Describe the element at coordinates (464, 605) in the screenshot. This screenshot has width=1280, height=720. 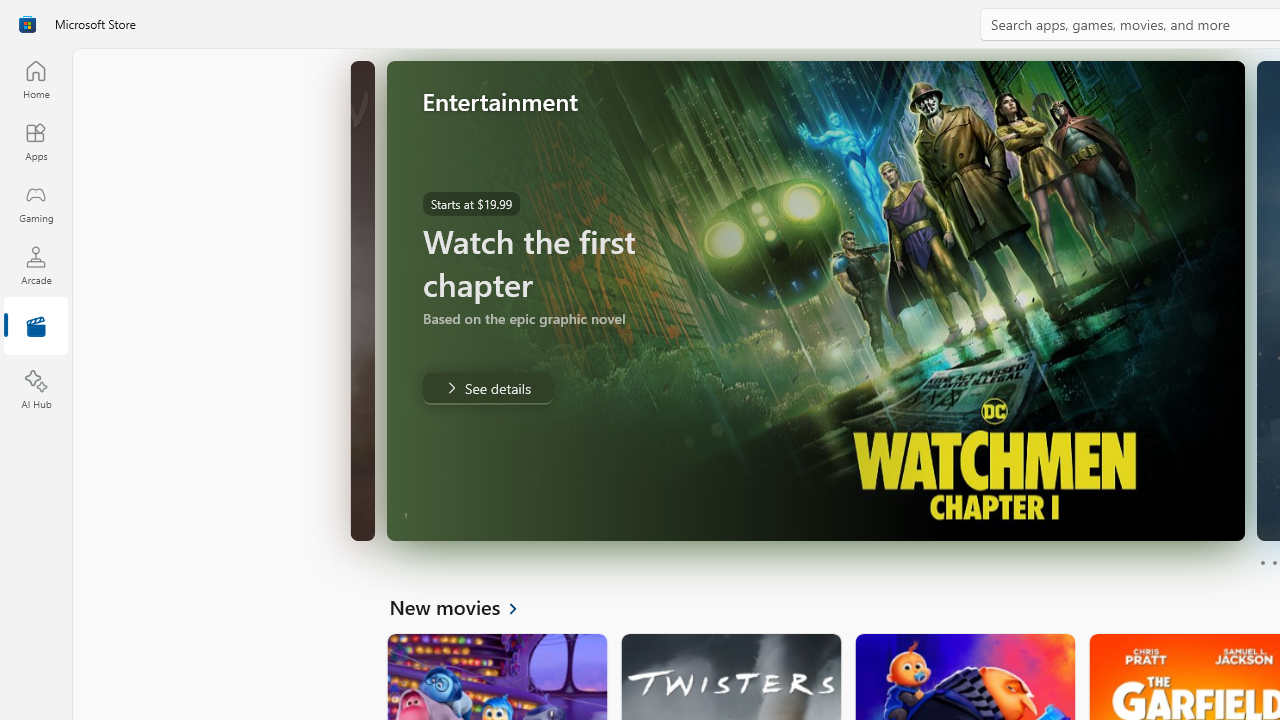
I see `'See all  New movies'` at that location.